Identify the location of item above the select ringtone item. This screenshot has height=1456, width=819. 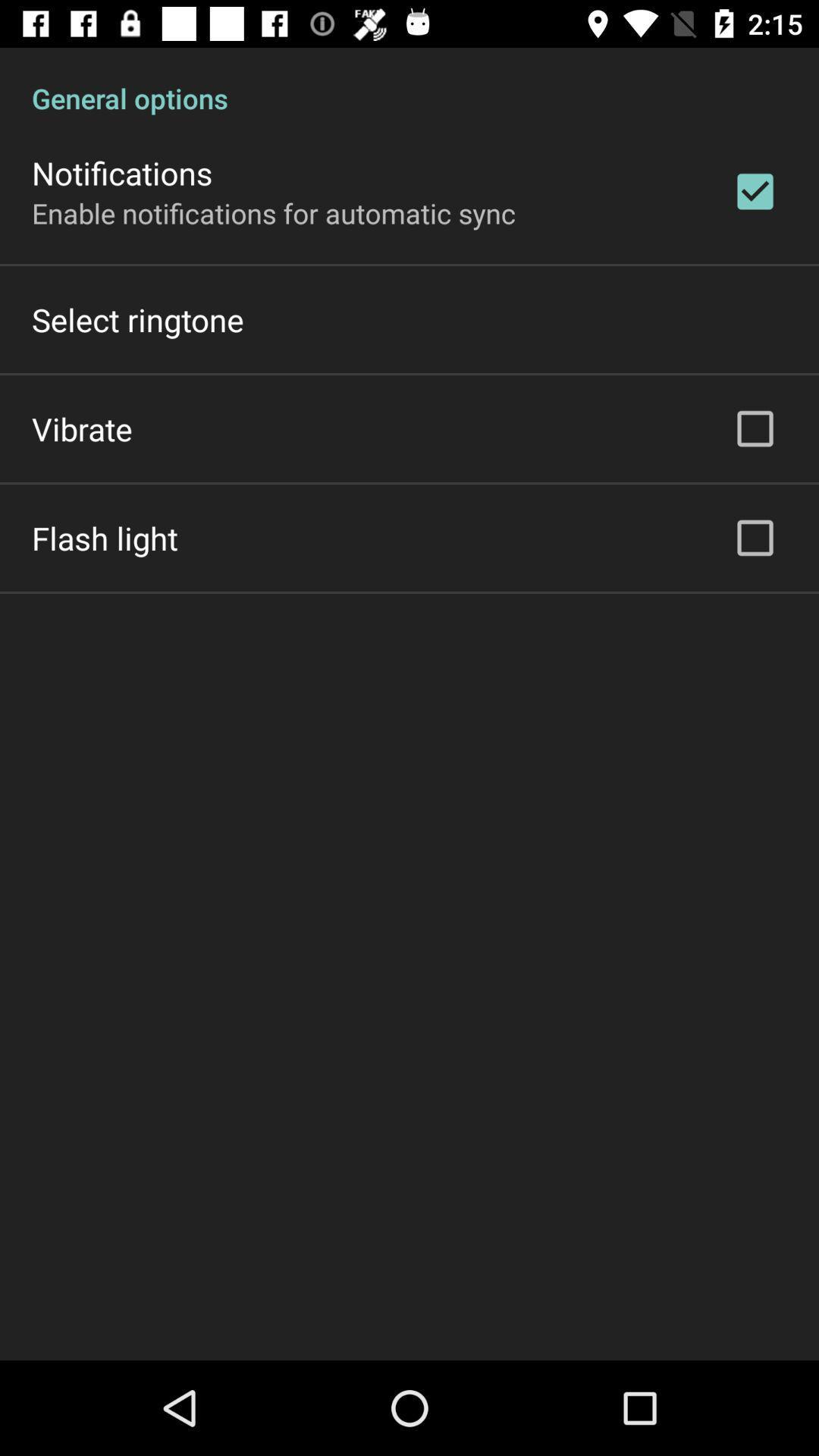
(274, 212).